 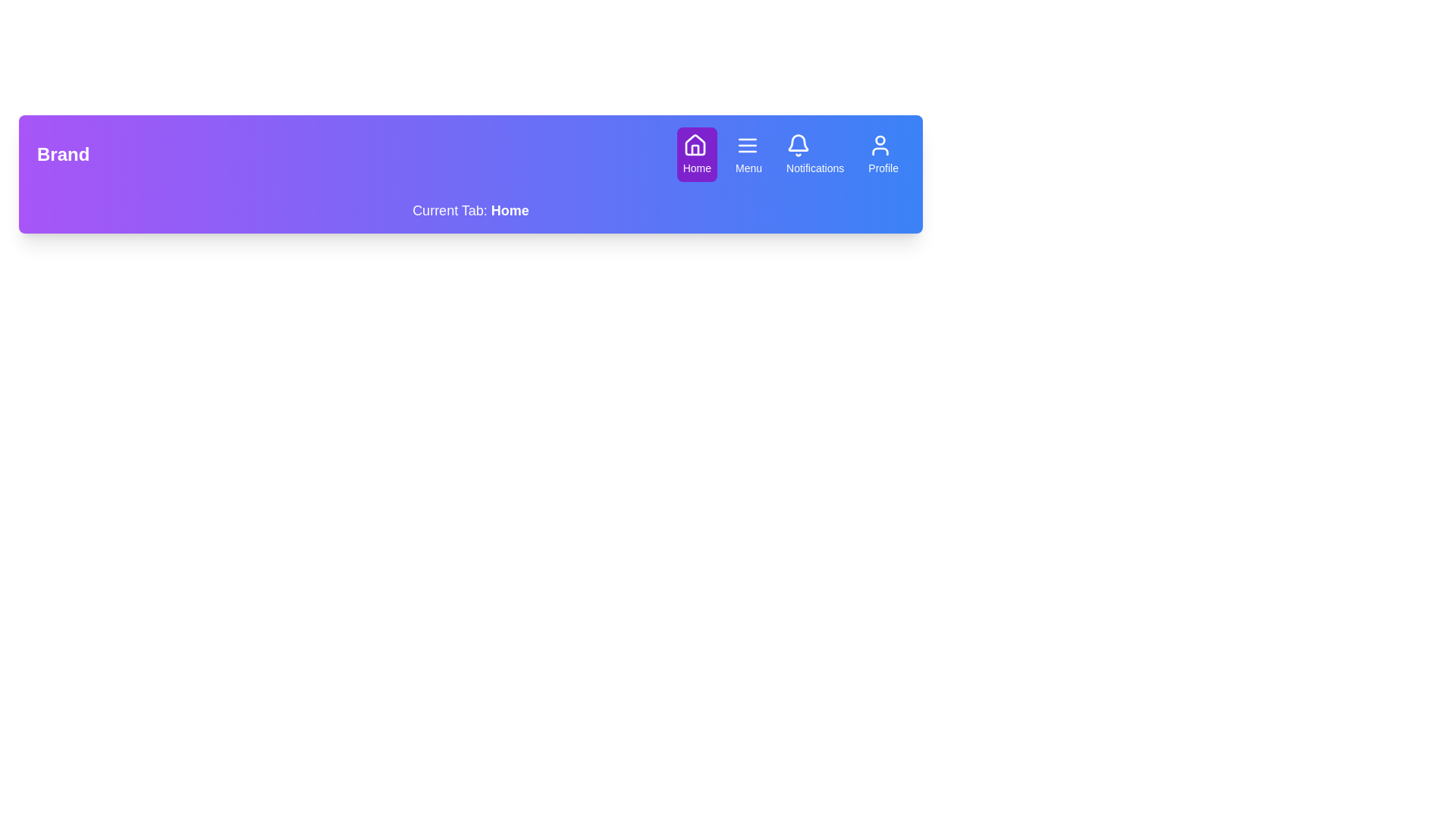 I want to click on the Navigation bar element, which features a gradient background and contains text and icons for 'Brand', 'Home', 'Menu', 'Notifications', and 'Profile', so click(x=469, y=155).